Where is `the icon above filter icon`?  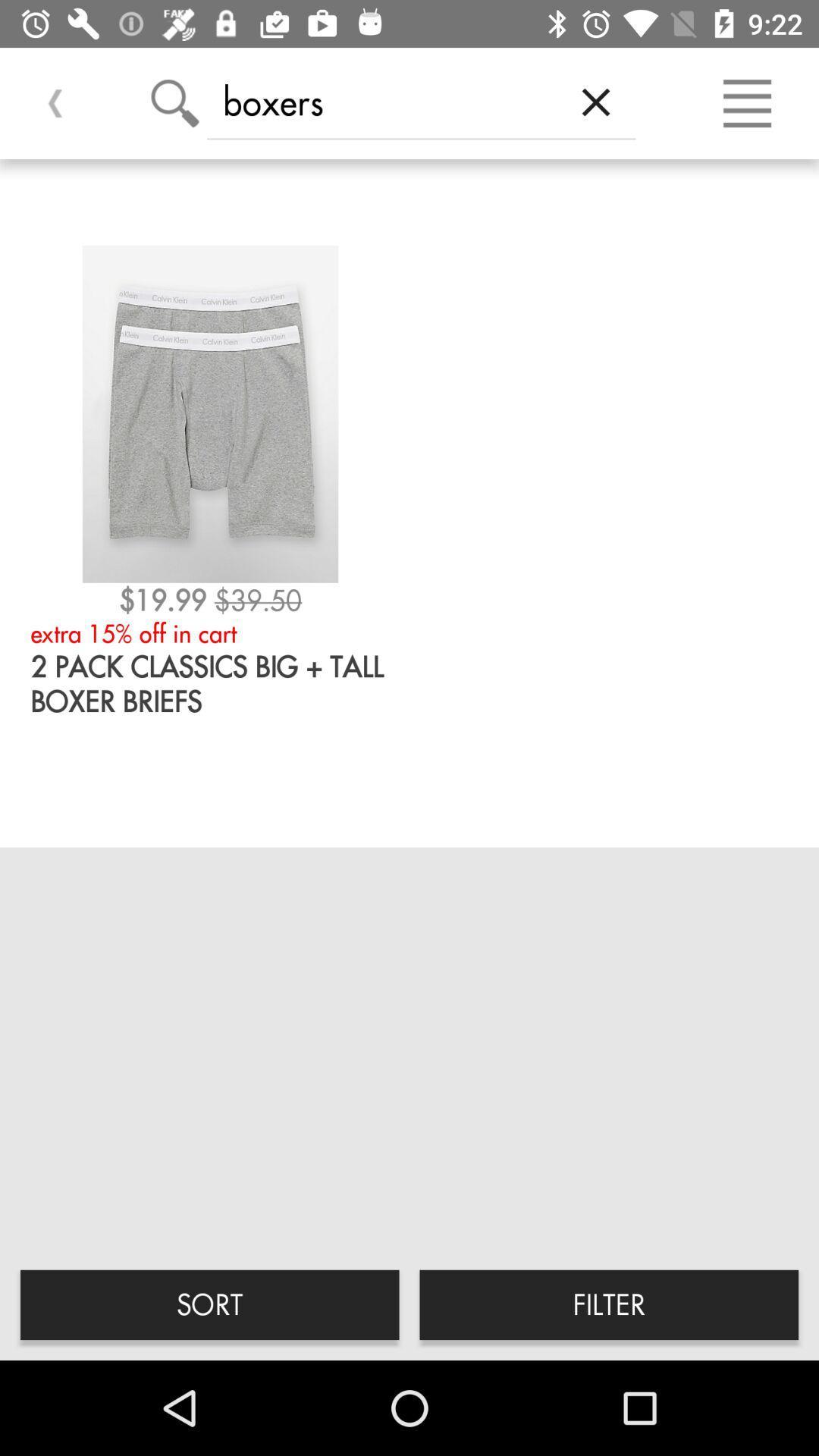 the icon above filter icon is located at coordinates (595, 101).